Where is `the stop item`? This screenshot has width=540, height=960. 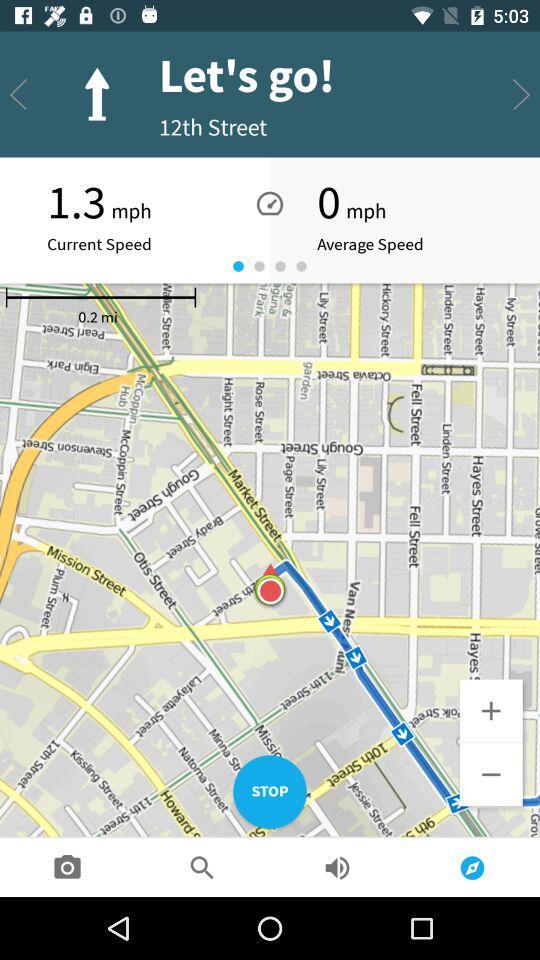 the stop item is located at coordinates (270, 792).